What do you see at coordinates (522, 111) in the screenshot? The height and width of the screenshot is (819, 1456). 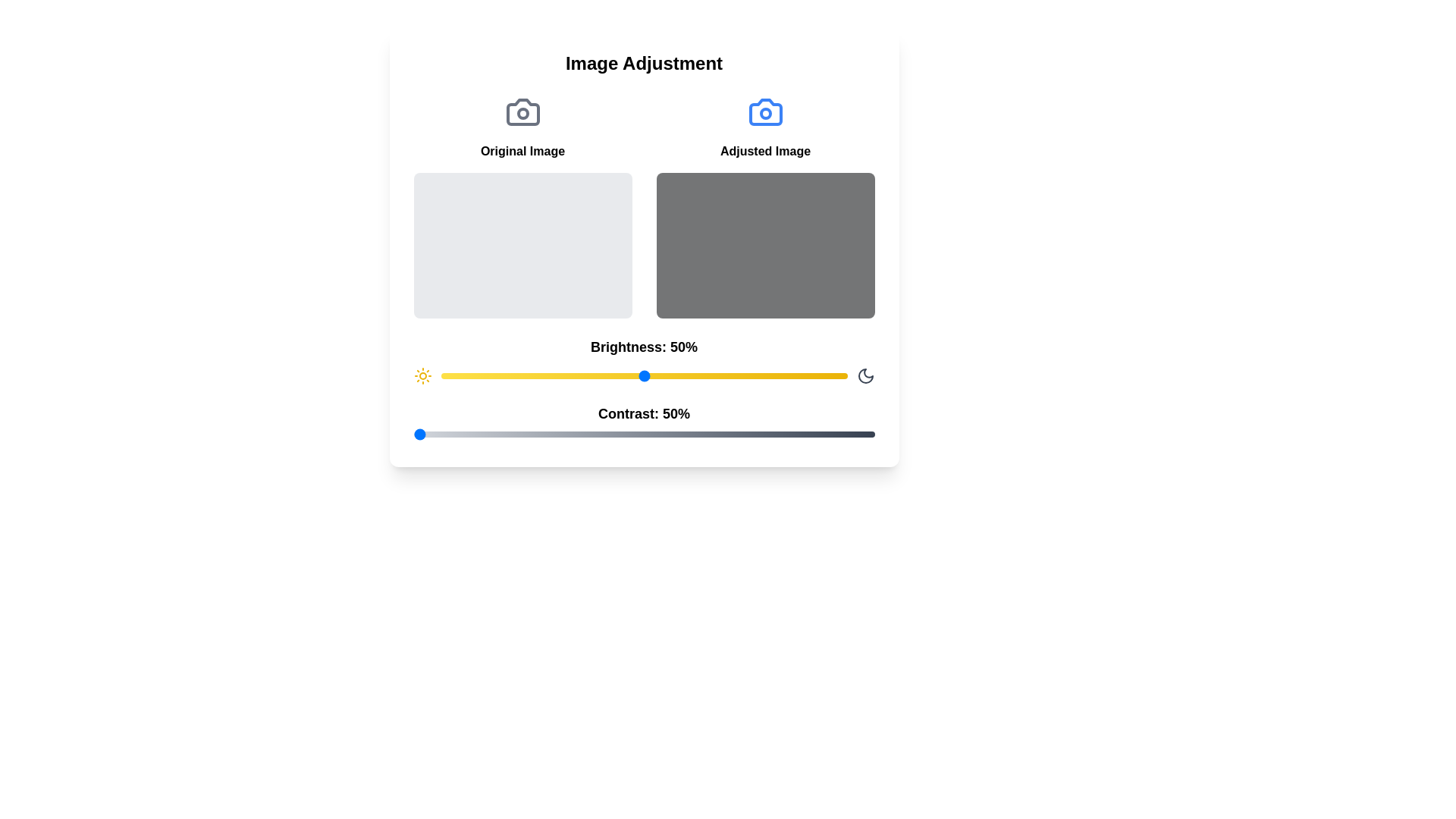 I see `the leftmost camera icon that represents or toggles the 'Original Image' section` at bounding box center [522, 111].